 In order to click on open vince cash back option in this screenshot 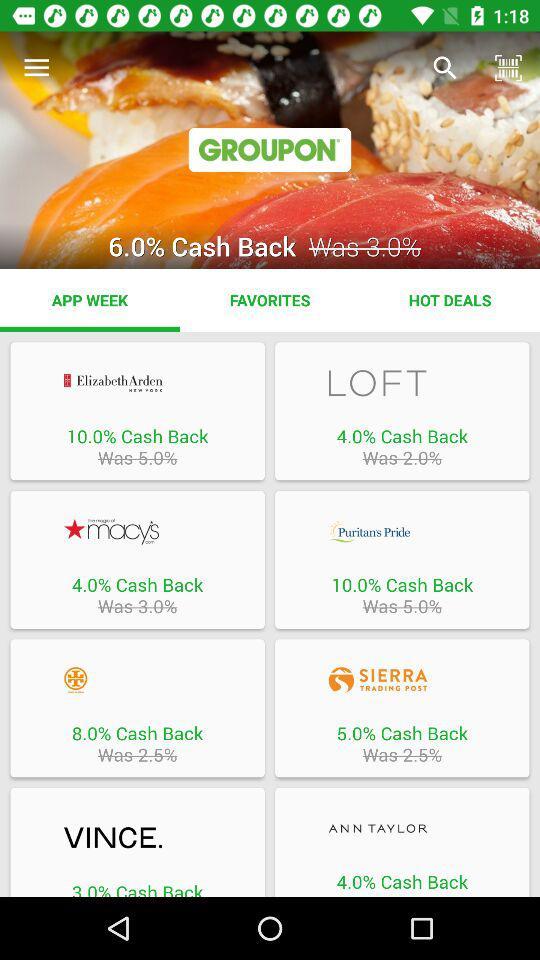, I will do `click(136, 839)`.